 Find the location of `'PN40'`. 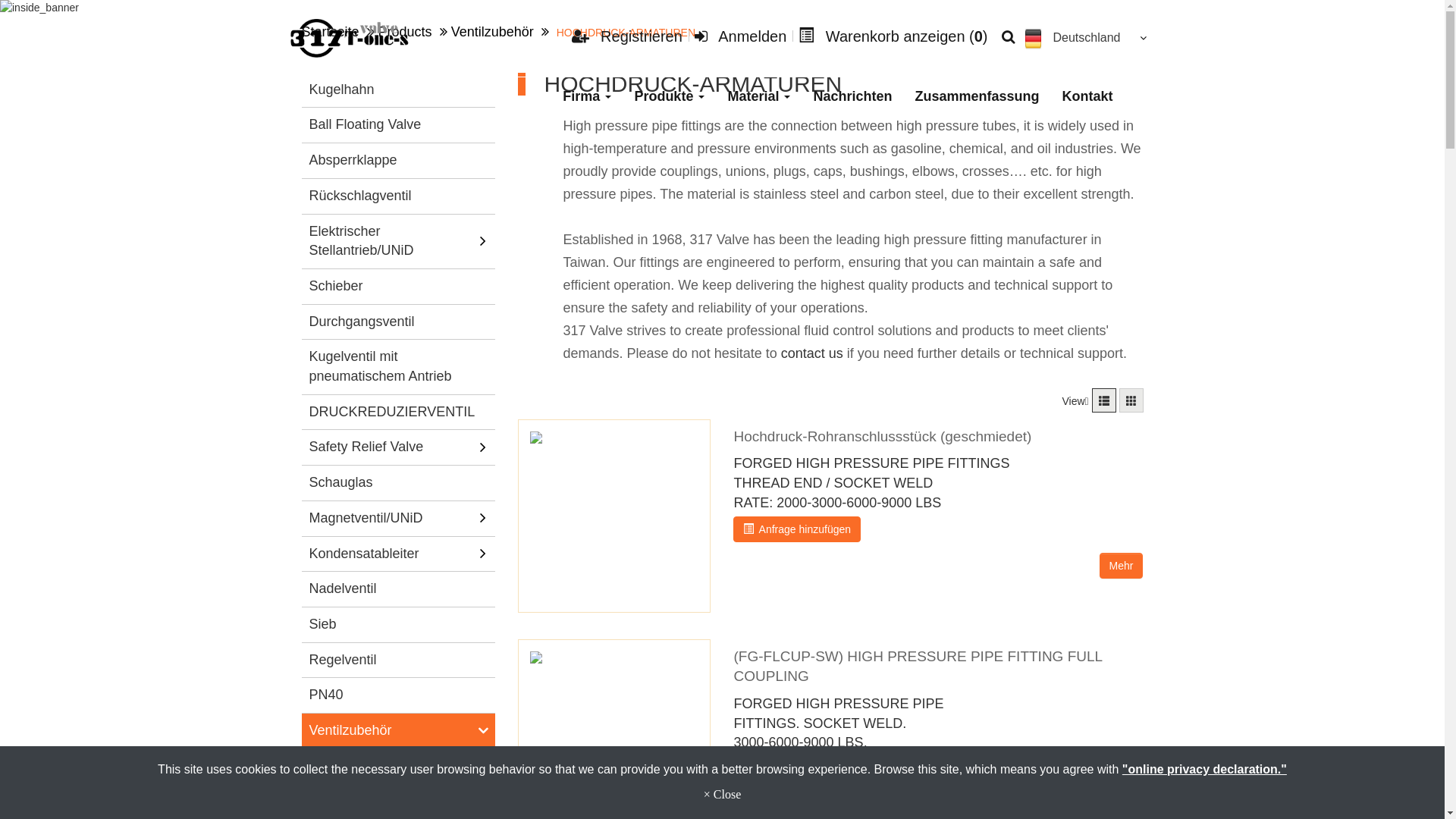

'PN40' is located at coordinates (397, 695).